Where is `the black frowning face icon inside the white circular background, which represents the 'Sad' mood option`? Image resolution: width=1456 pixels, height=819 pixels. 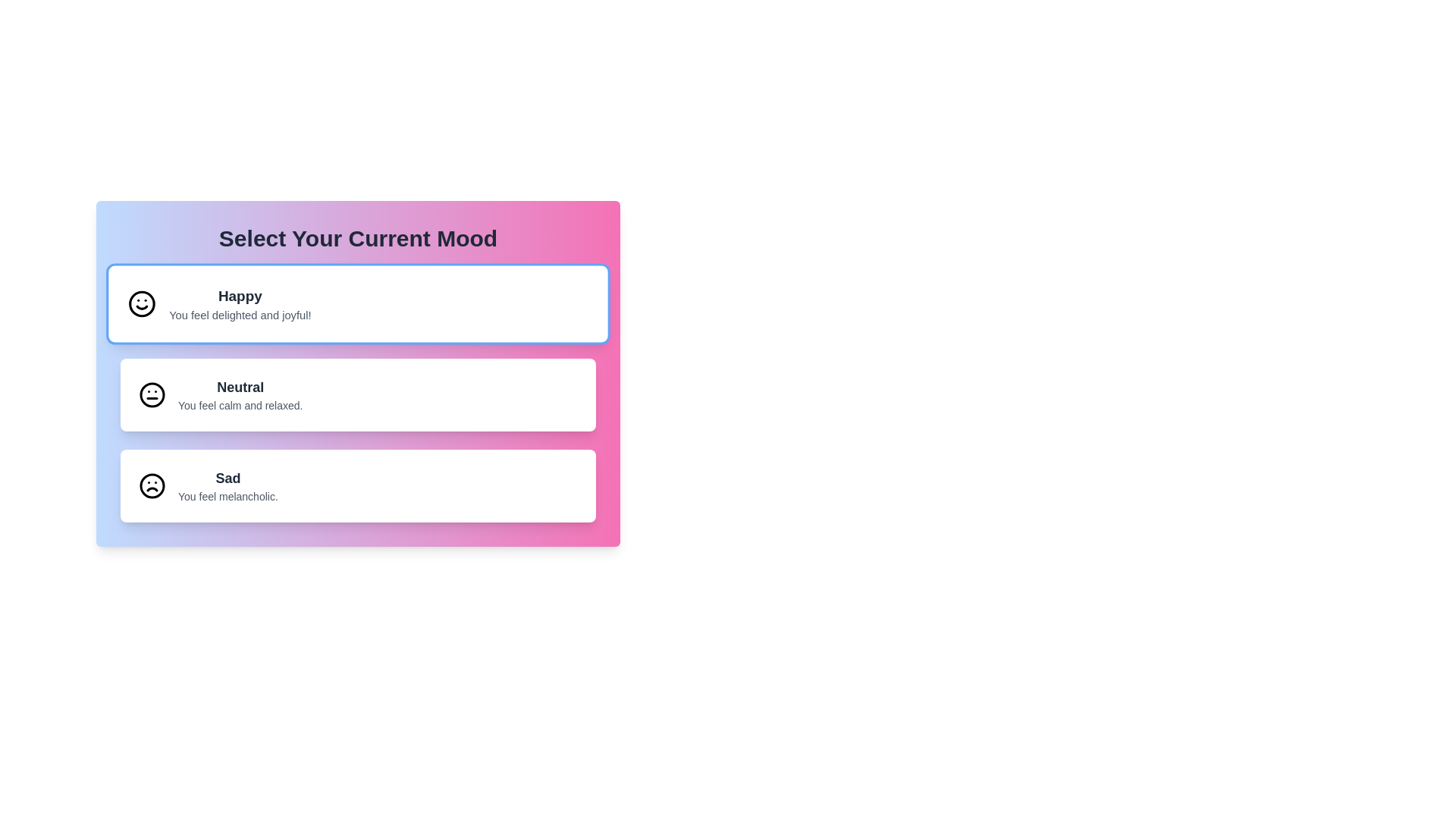 the black frowning face icon inside the white circular background, which represents the 'Sad' mood option is located at coordinates (152, 485).